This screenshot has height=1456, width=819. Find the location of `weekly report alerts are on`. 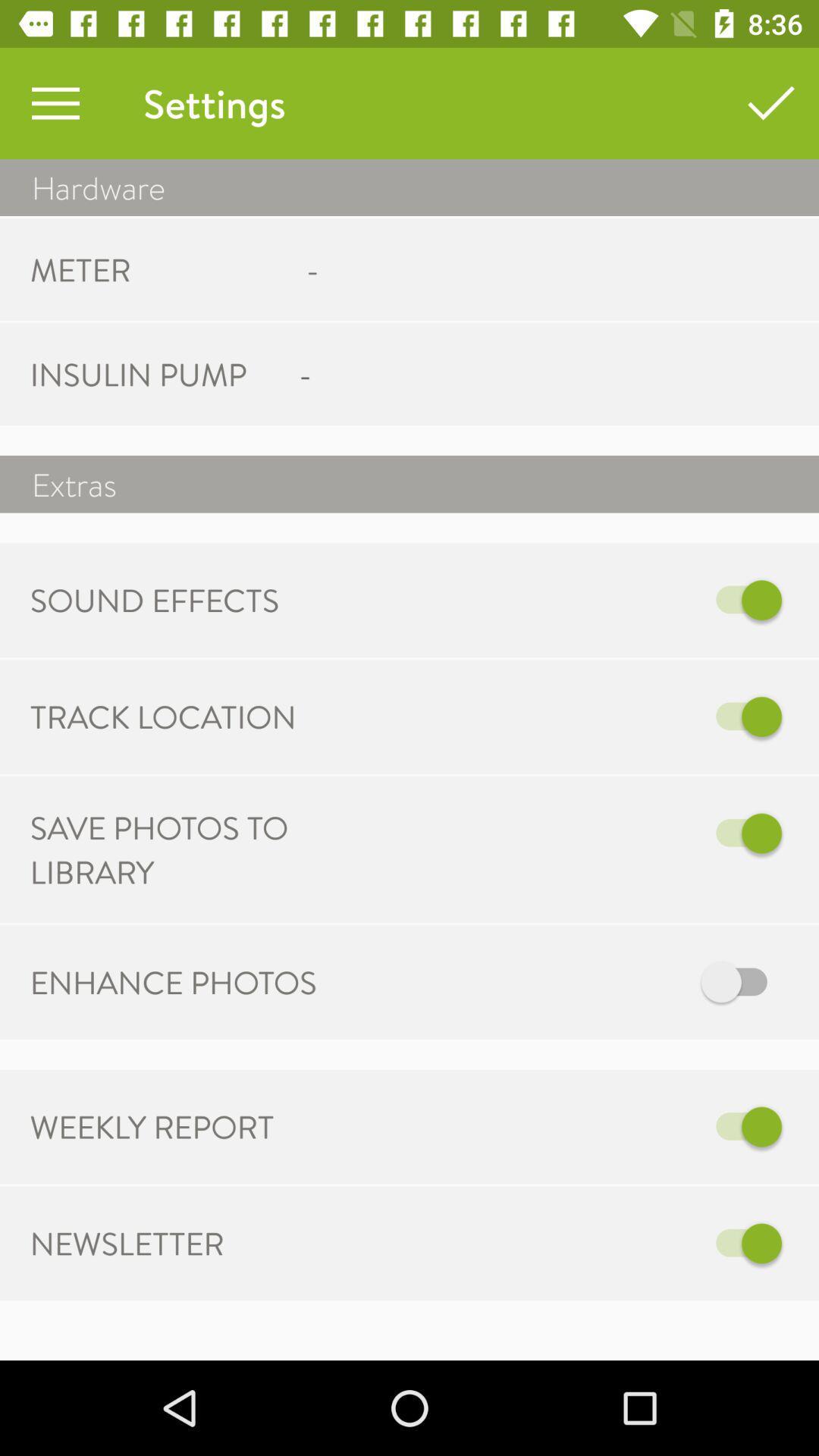

weekly report alerts are on is located at coordinates (566, 1127).